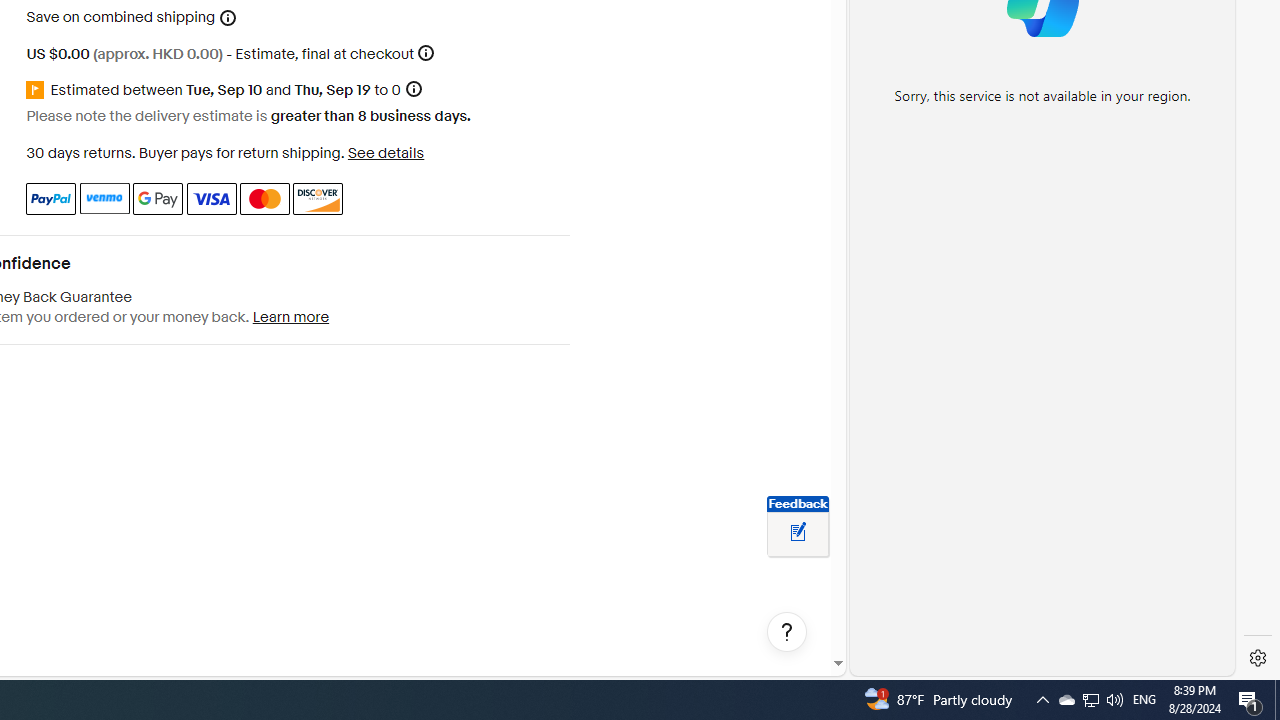  I want to click on 'Delivery alert flag', so click(38, 90).